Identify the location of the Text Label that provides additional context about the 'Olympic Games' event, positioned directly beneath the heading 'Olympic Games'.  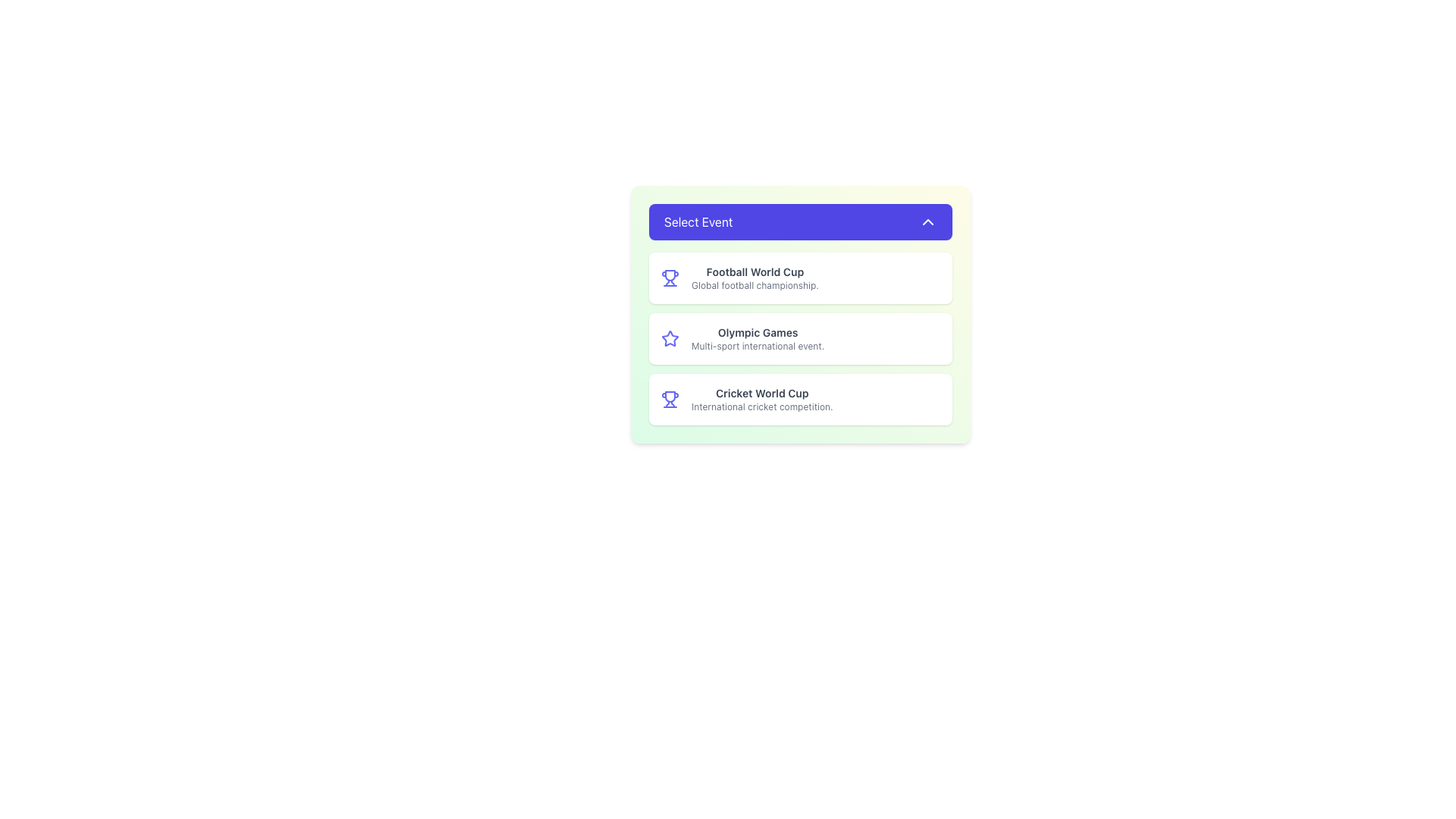
(758, 346).